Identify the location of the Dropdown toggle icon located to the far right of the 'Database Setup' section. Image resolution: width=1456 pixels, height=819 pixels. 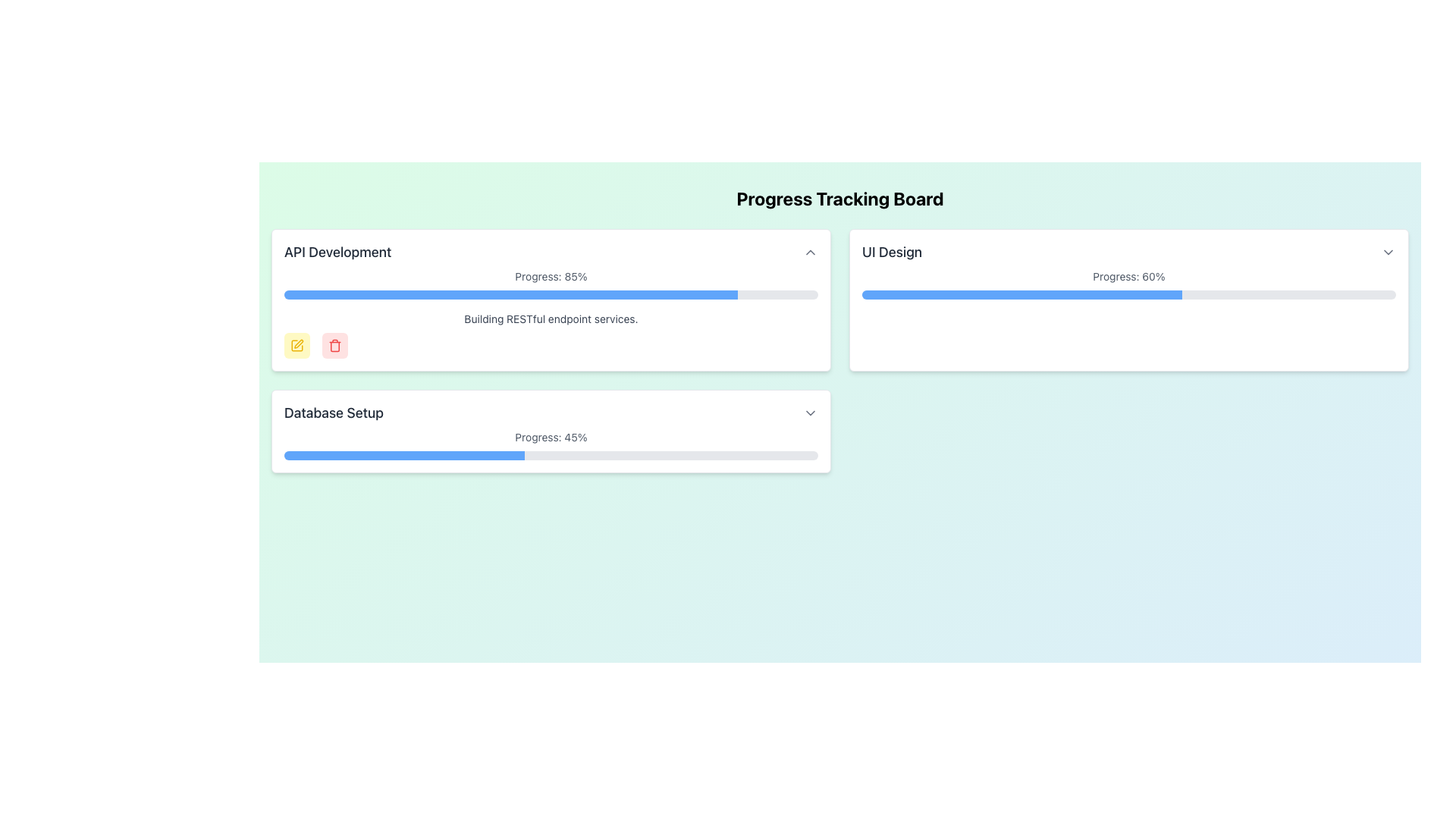
(810, 413).